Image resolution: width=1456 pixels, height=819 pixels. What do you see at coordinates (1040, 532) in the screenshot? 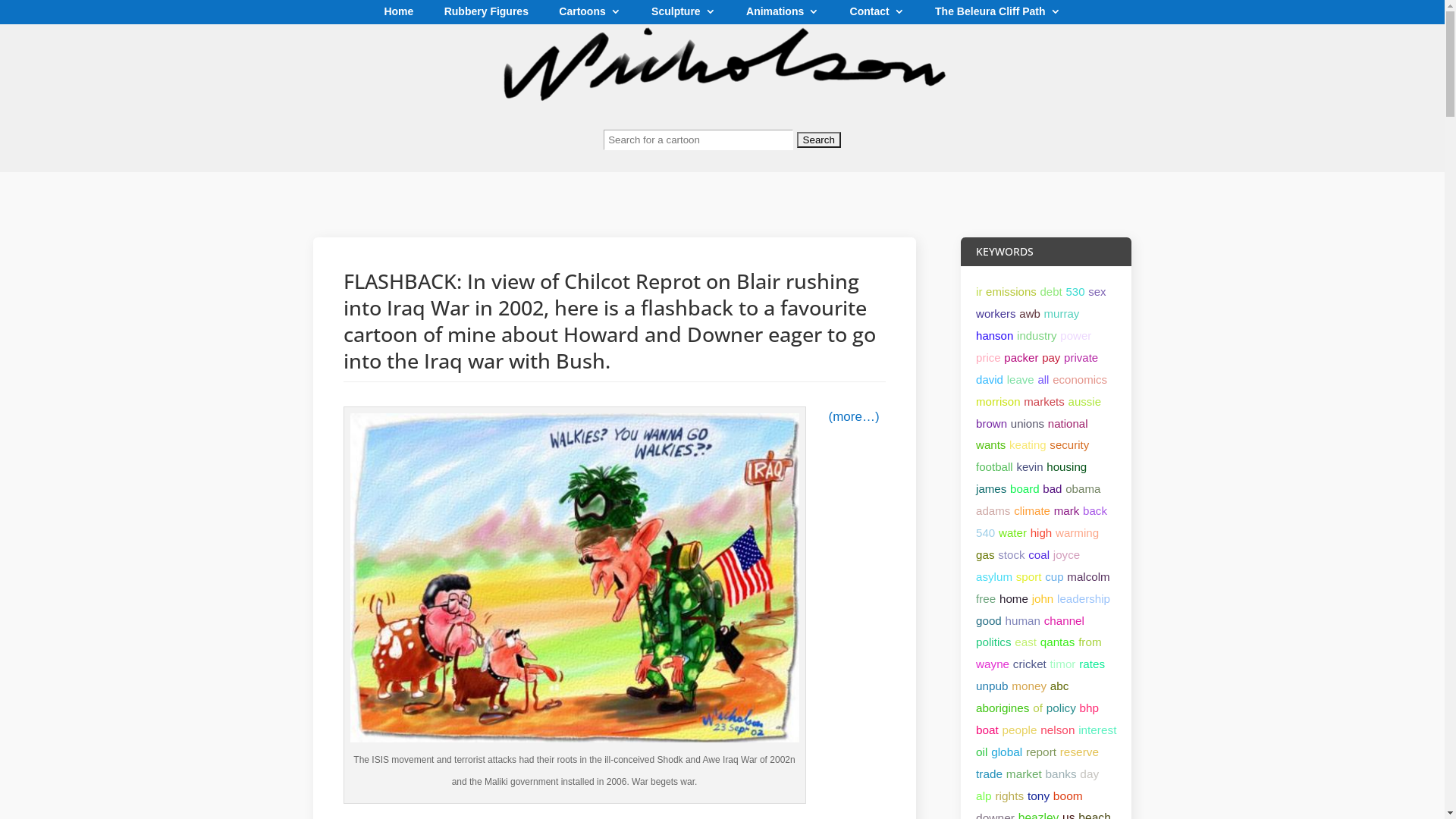
I see `'high'` at bounding box center [1040, 532].